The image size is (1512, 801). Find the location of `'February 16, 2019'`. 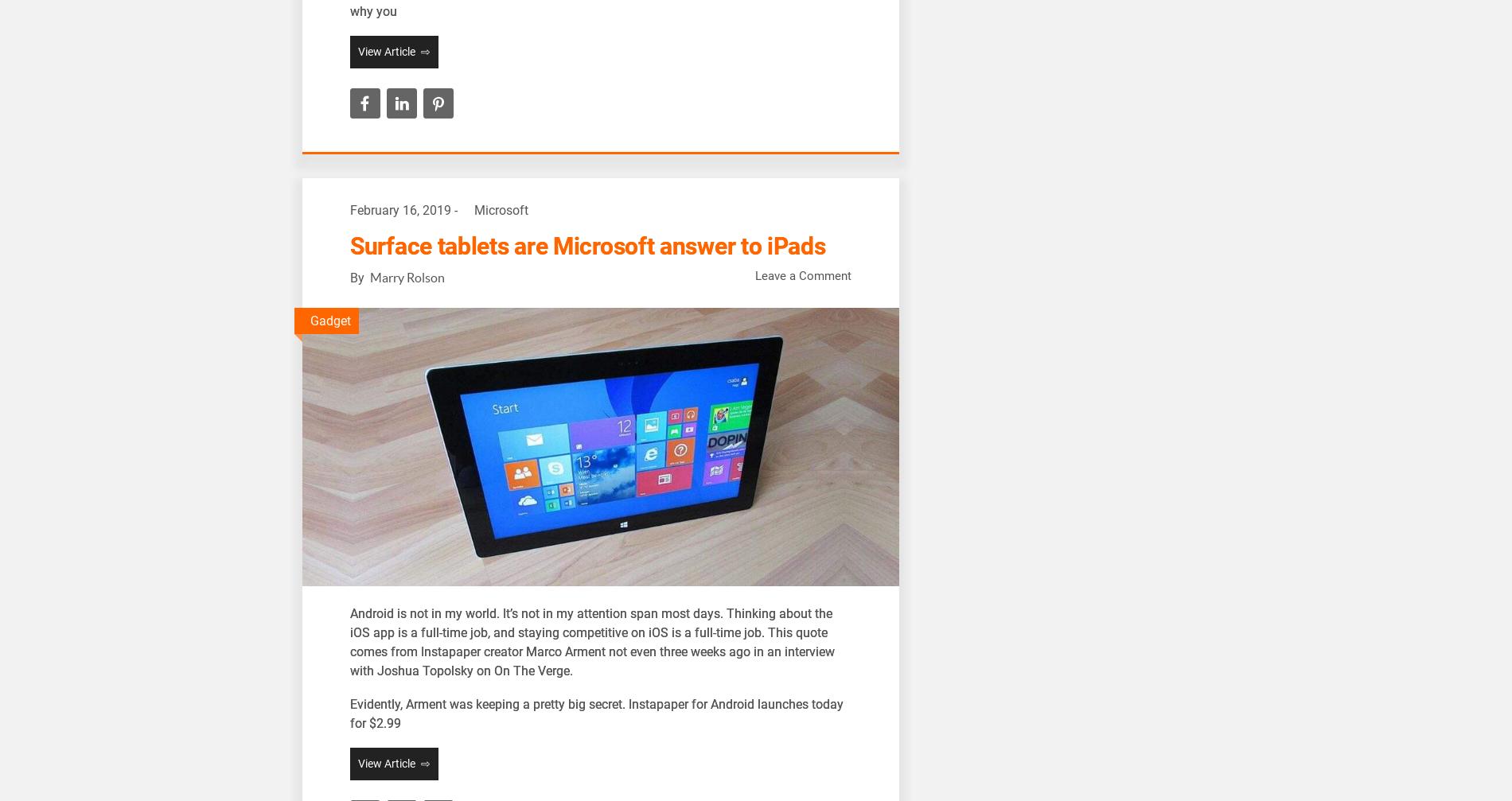

'February 16, 2019' is located at coordinates (400, 210).